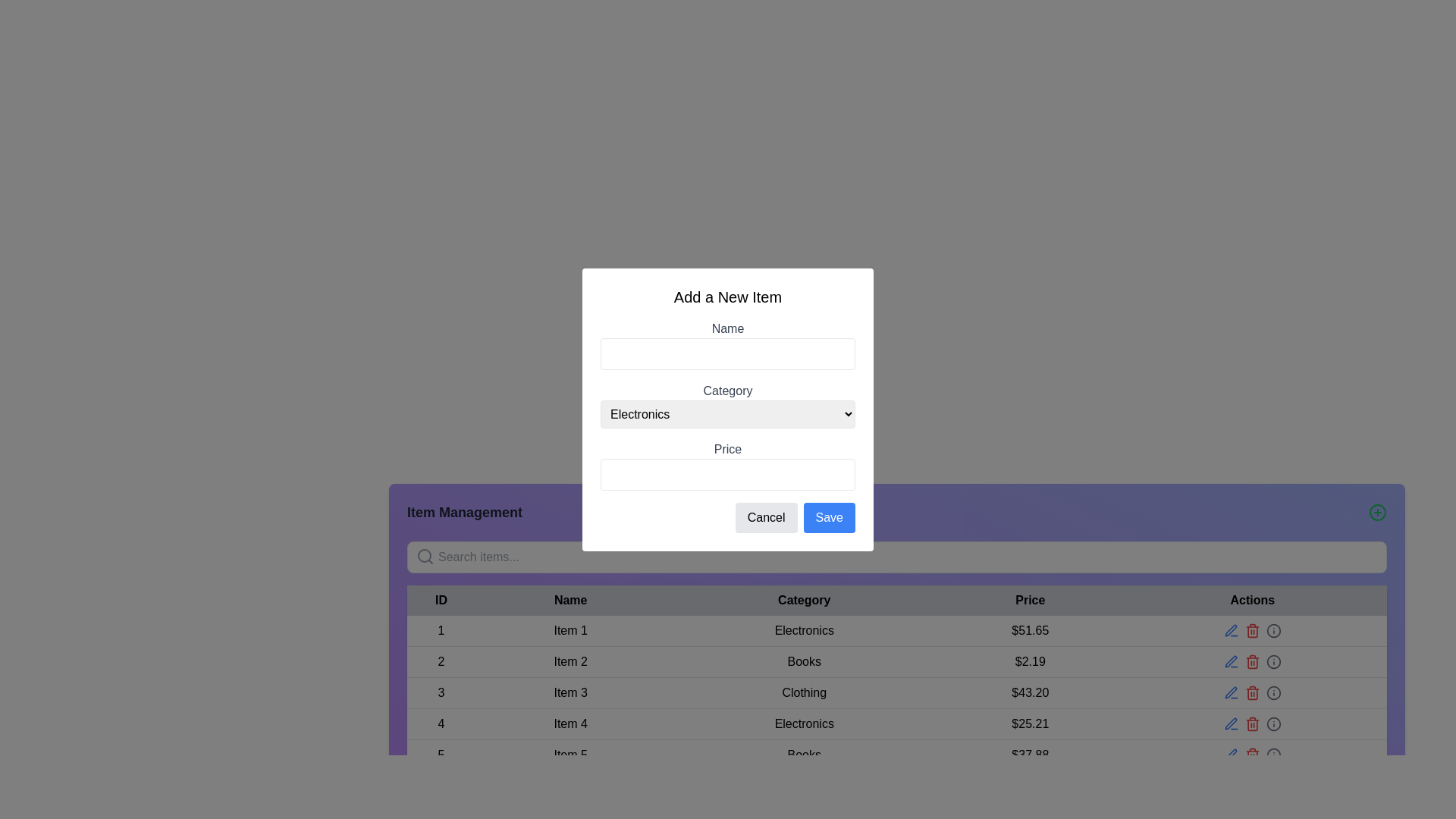 The height and width of the screenshot is (819, 1456). I want to click on the delete icon, which is the second icon in the Actions column next to the price '$43.20', so click(1252, 693).